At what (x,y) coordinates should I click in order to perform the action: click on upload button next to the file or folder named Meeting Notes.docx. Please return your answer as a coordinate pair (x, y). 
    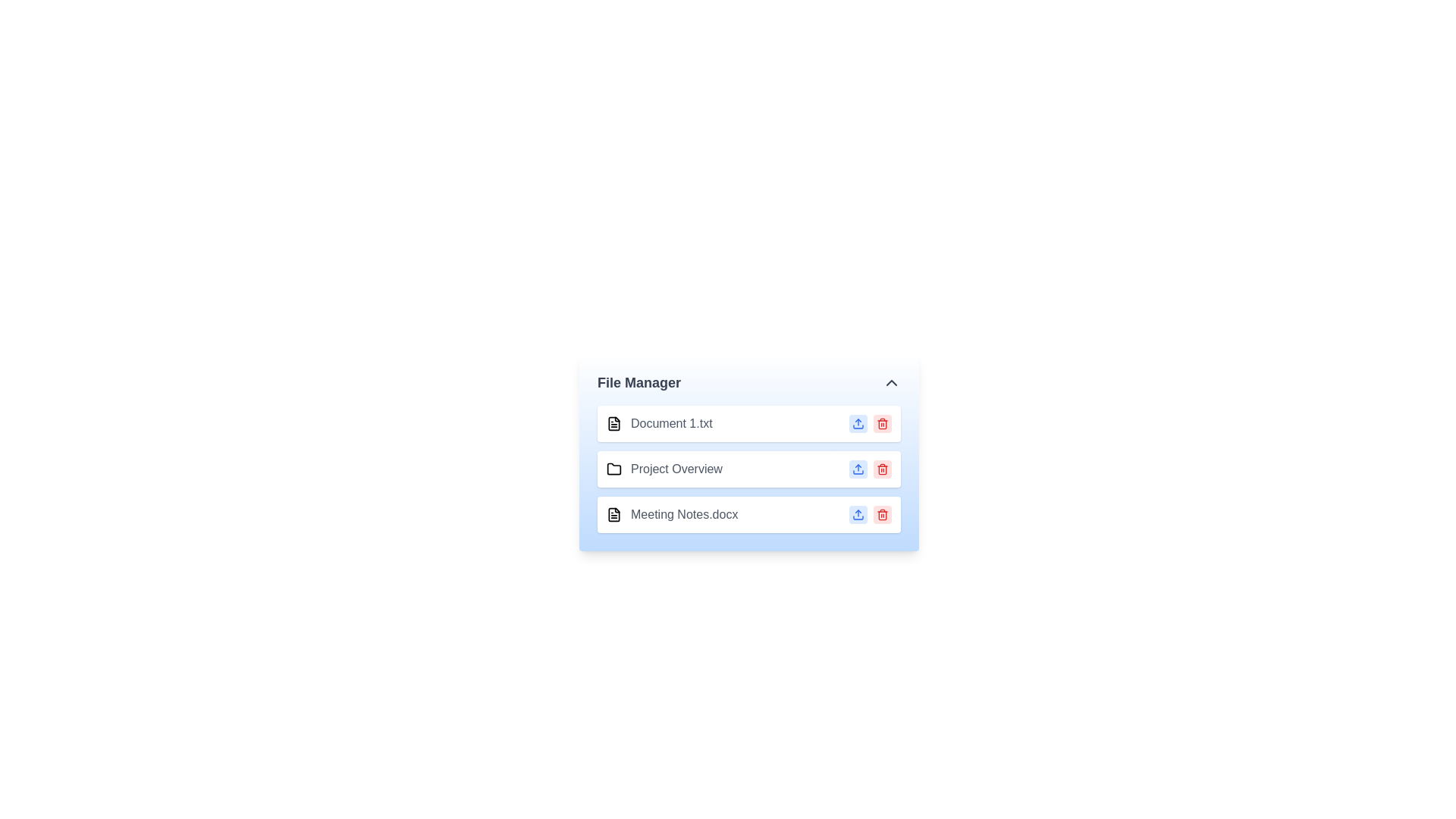
    Looking at the image, I should click on (858, 513).